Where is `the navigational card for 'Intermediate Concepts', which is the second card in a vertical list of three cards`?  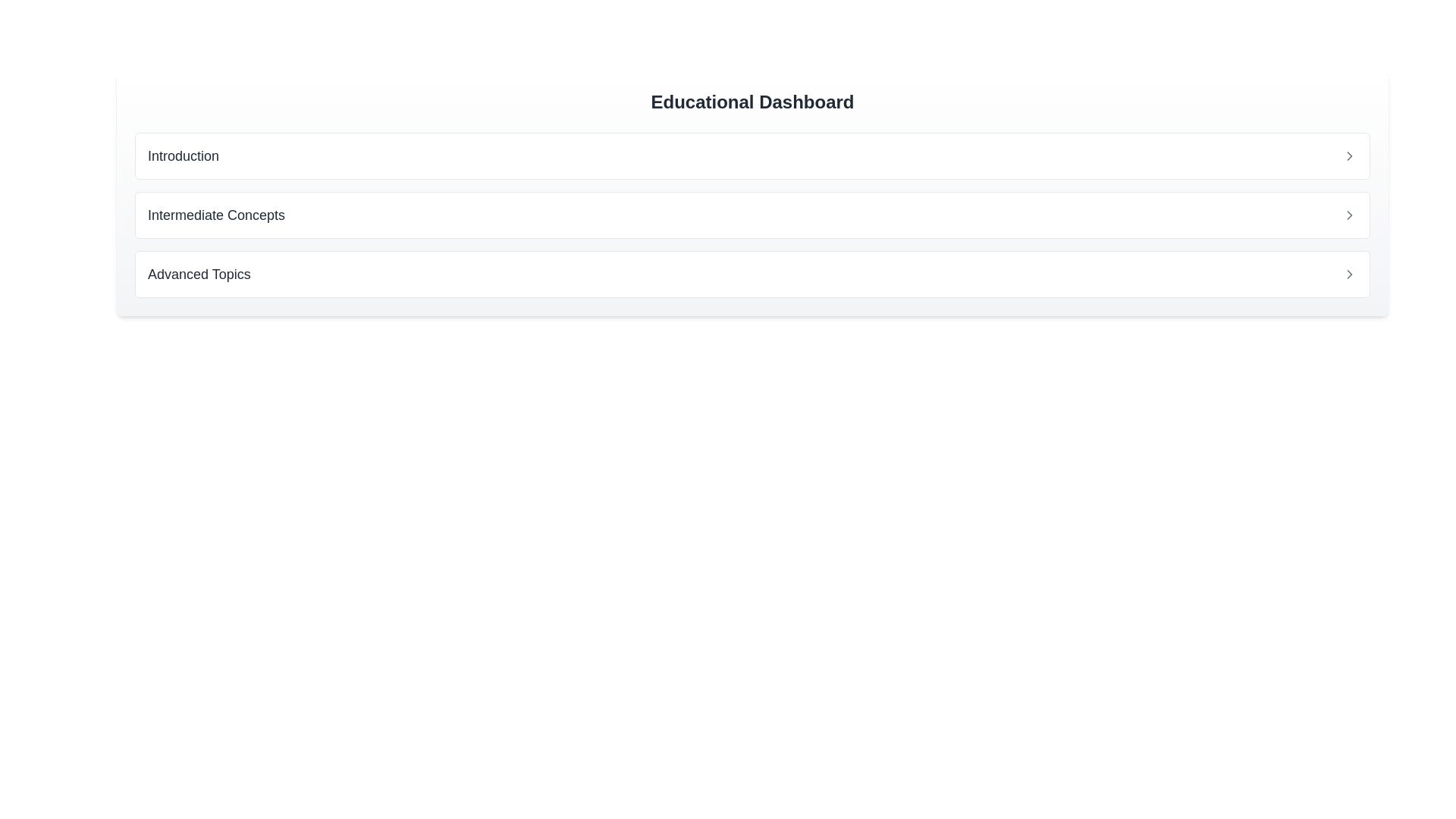 the navigational card for 'Intermediate Concepts', which is the second card in a vertical list of three cards is located at coordinates (752, 215).